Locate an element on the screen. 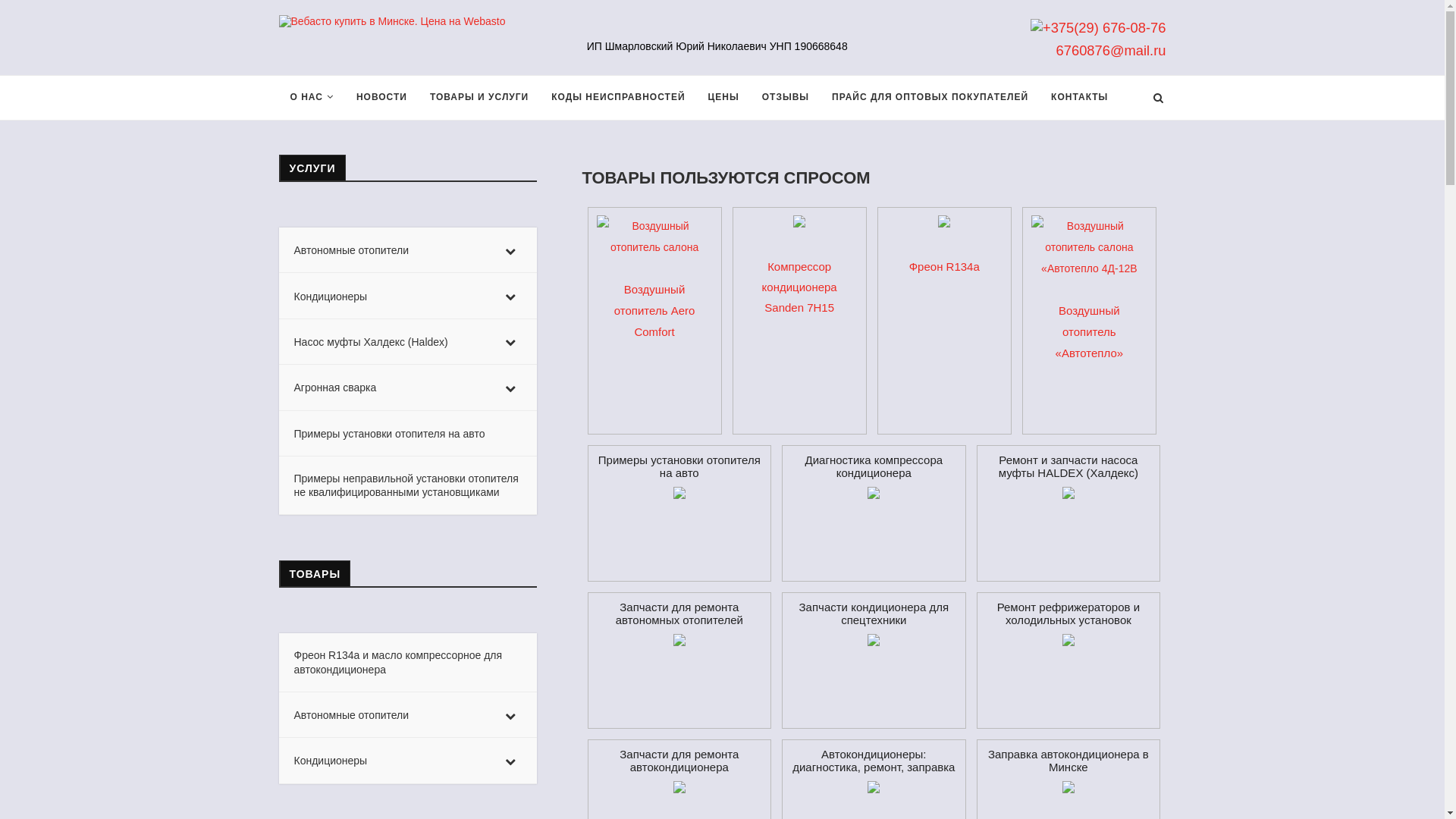  '+375(29) 676-08-76' is located at coordinates (1098, 27).